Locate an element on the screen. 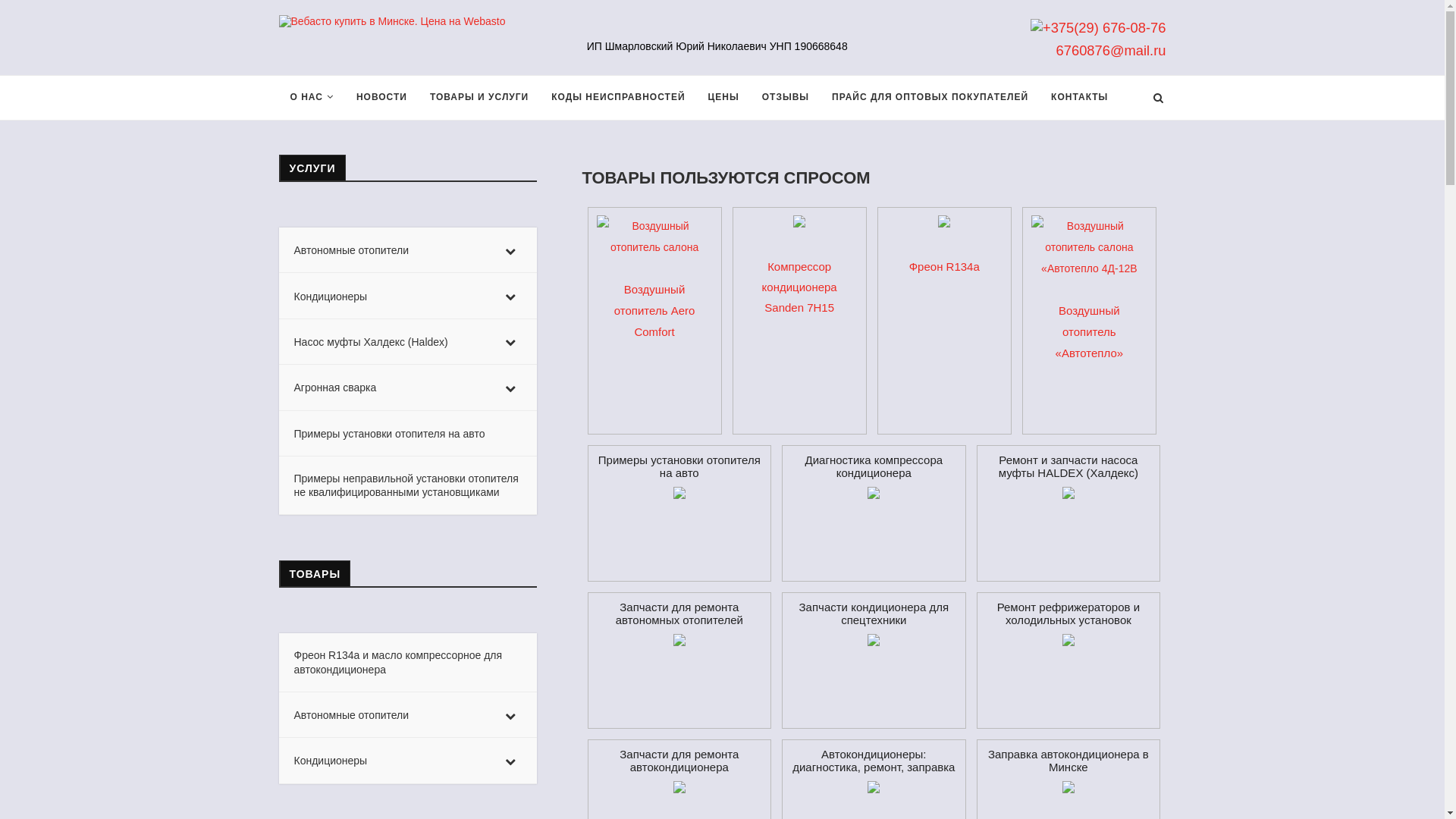  '+375(29) 676-08-76' is located at coordinates (1098, 27).